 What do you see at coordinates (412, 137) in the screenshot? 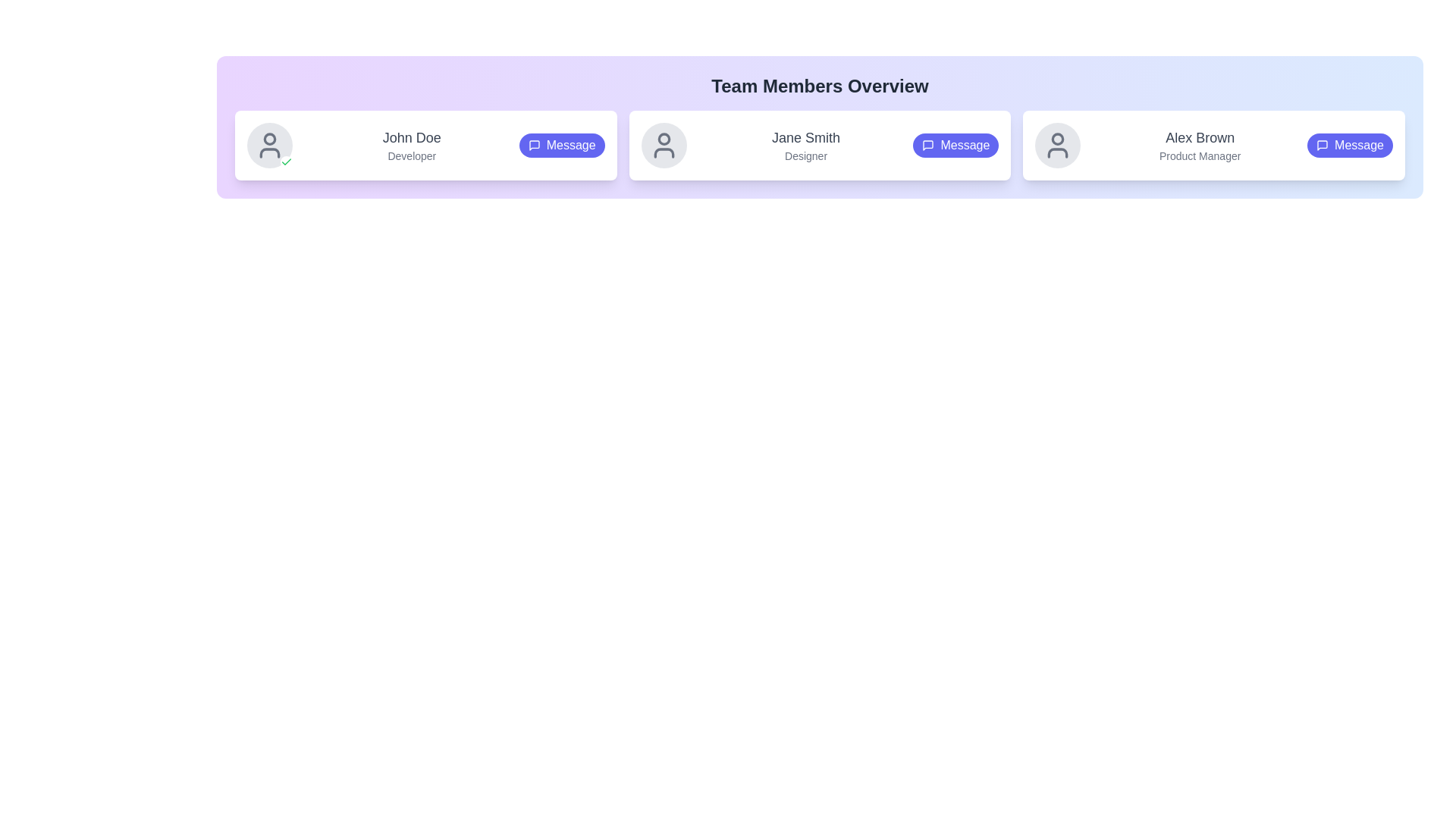
I see `the text 'John Doe' displayed in the first text label of the card component in the top-left part of the interface for copy-paste` at bounding box center [412, 137].